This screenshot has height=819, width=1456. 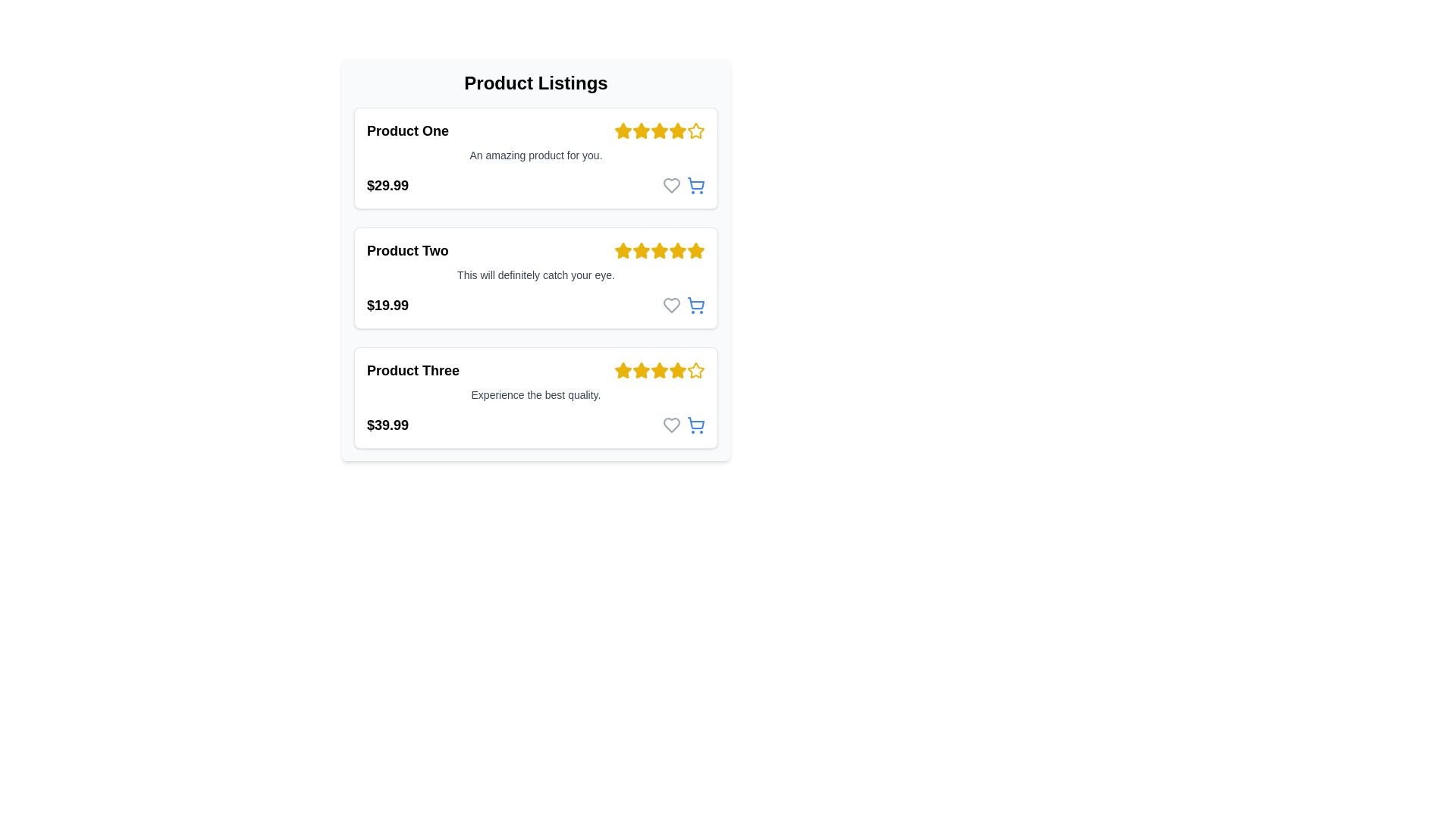 What do you see at coordinates (676, 370) in the screenshot?
I see `across the five star-shaped rating icons` at bounding box center [676, 370].